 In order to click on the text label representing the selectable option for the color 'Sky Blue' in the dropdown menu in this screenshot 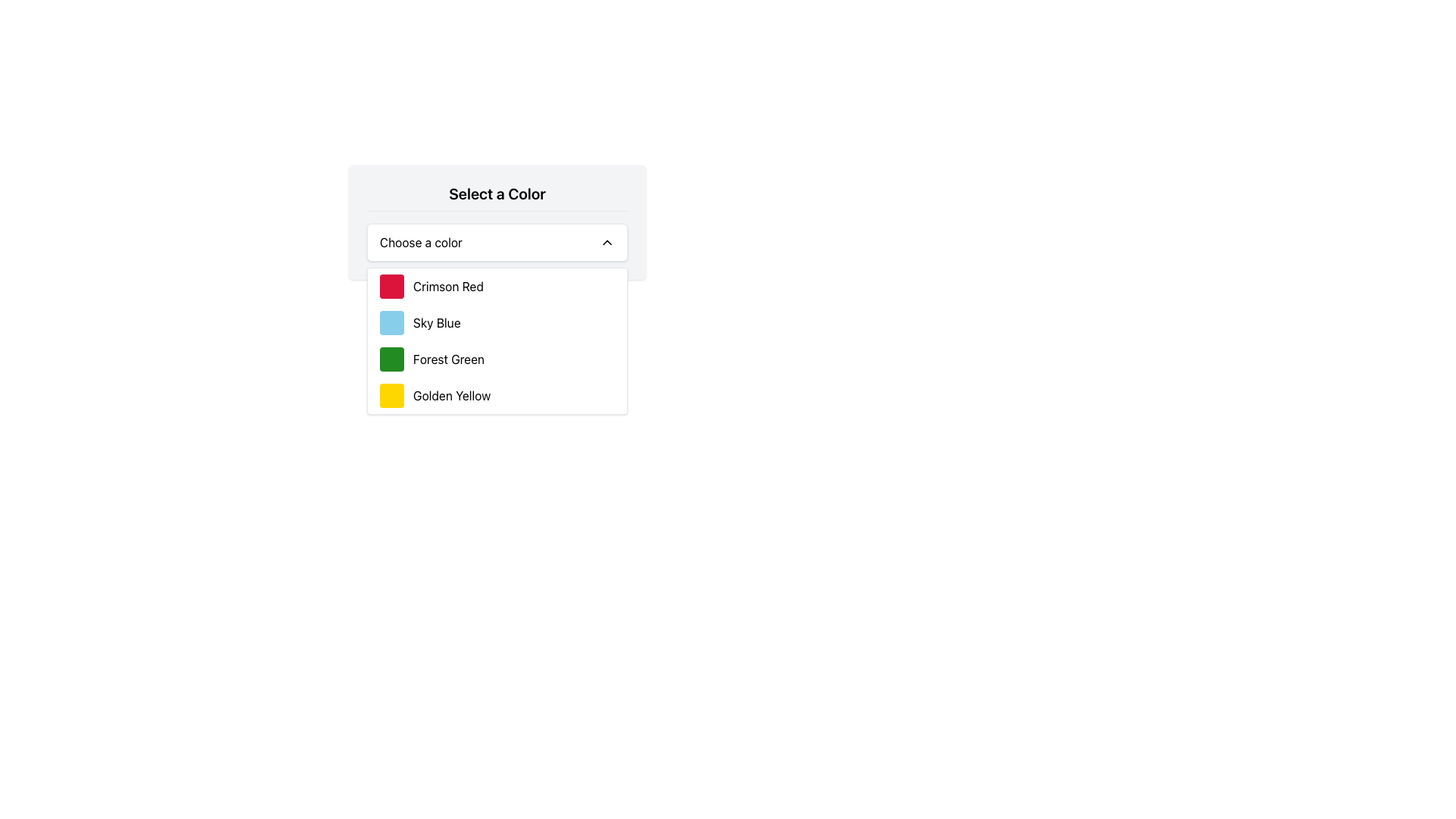, I will do `click(436, 322)`.